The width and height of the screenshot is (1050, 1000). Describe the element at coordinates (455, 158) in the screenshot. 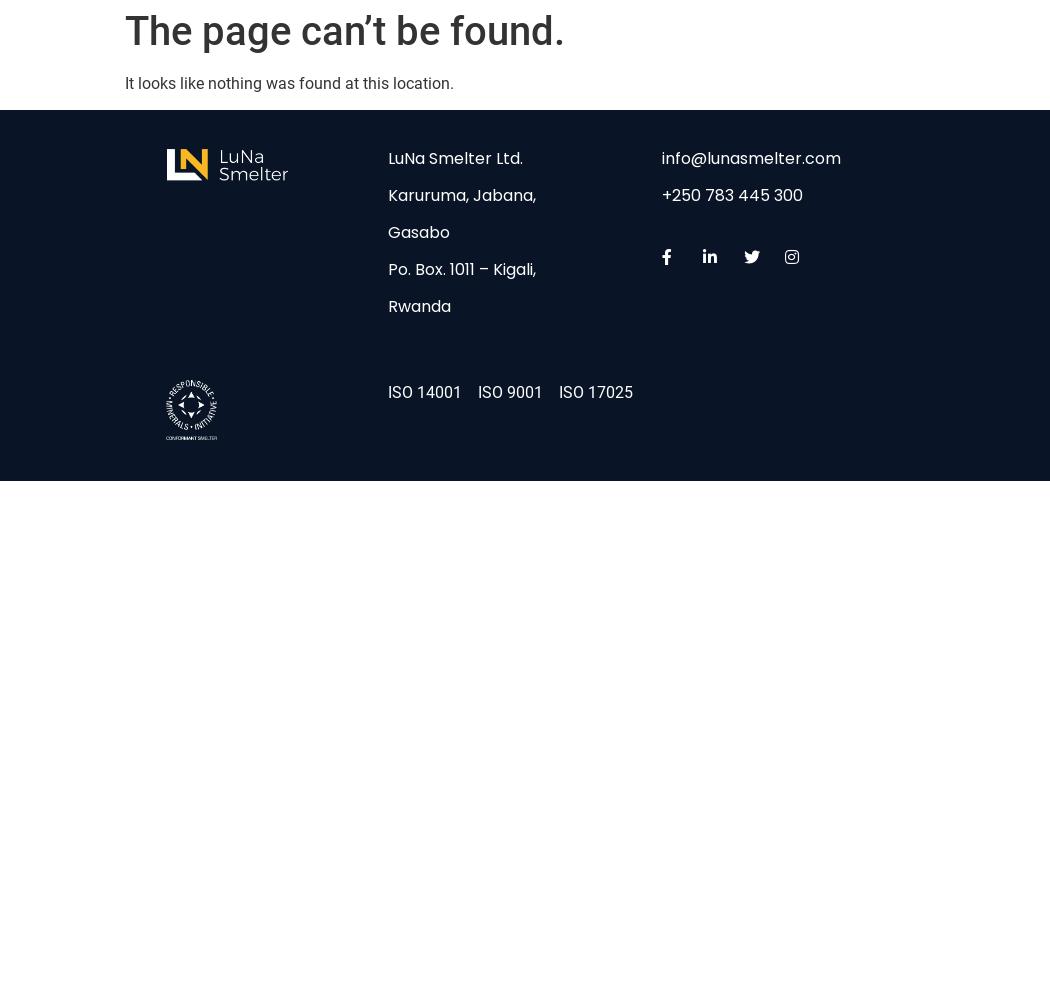

I see `'LuNa Smelter Ltd.'` at that location.